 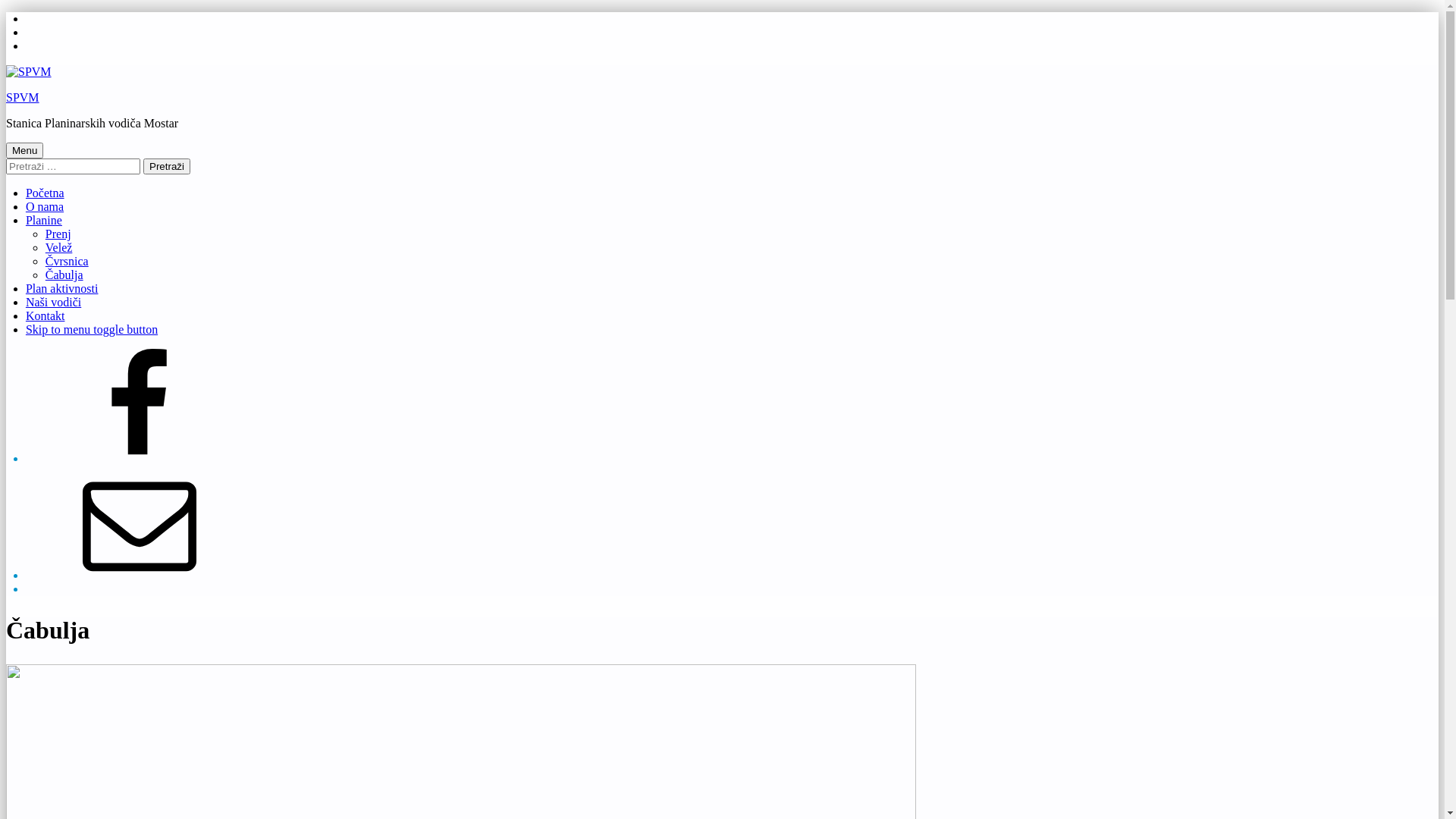 What do you see at coordinates (58, 234) in the screenshot?
I see `'Prenj'` at bounding box center [58, 234].